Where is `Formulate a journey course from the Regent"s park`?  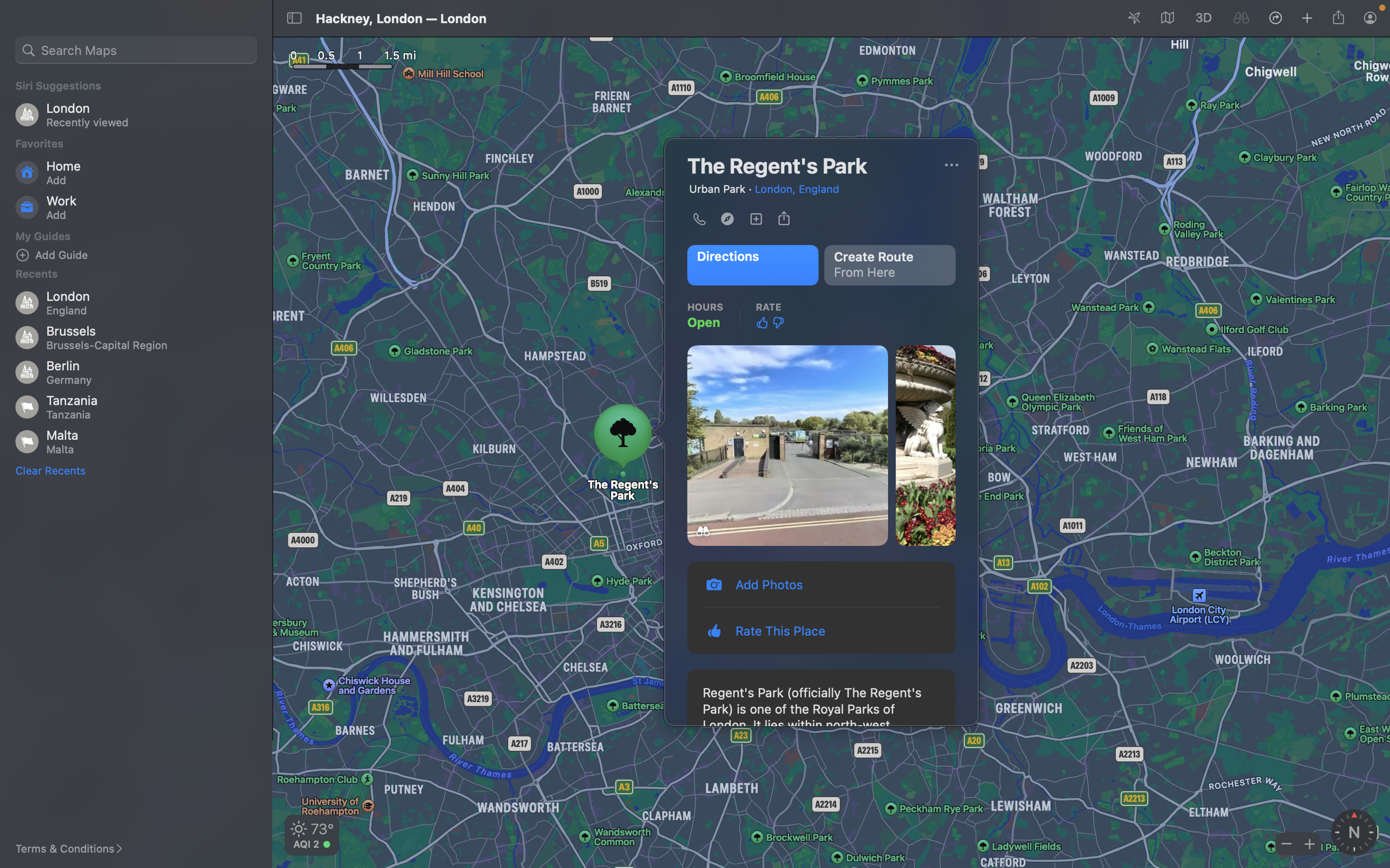 Formulate a journey course from the Regent"s park is located at coordinates (891, 265).